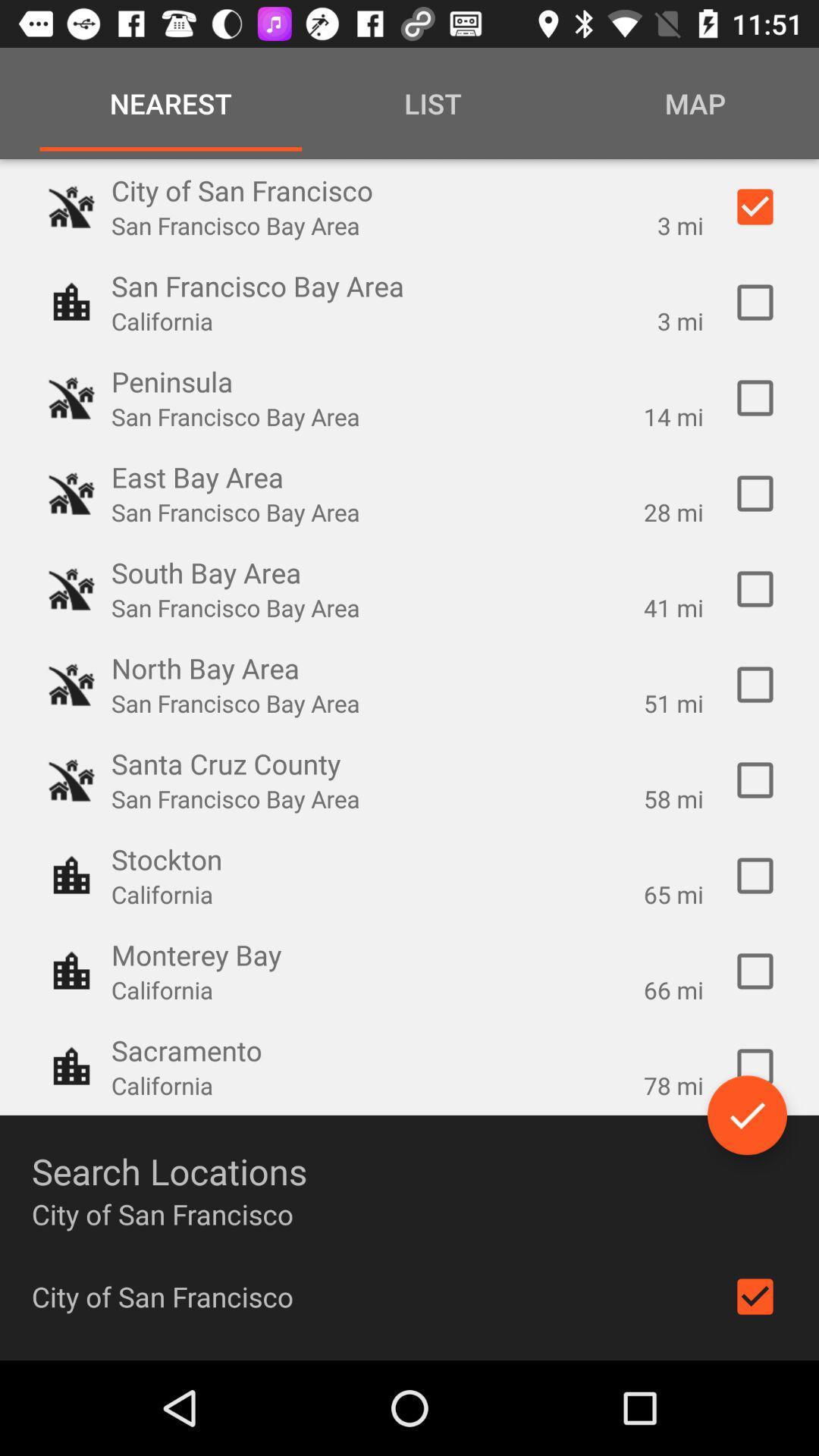 The height and width of the screenshot is (1456, 819). What do you see at coordinates (755, 1065) in the screenshot?
I see `city as option` at bounding box center [755, 1065].